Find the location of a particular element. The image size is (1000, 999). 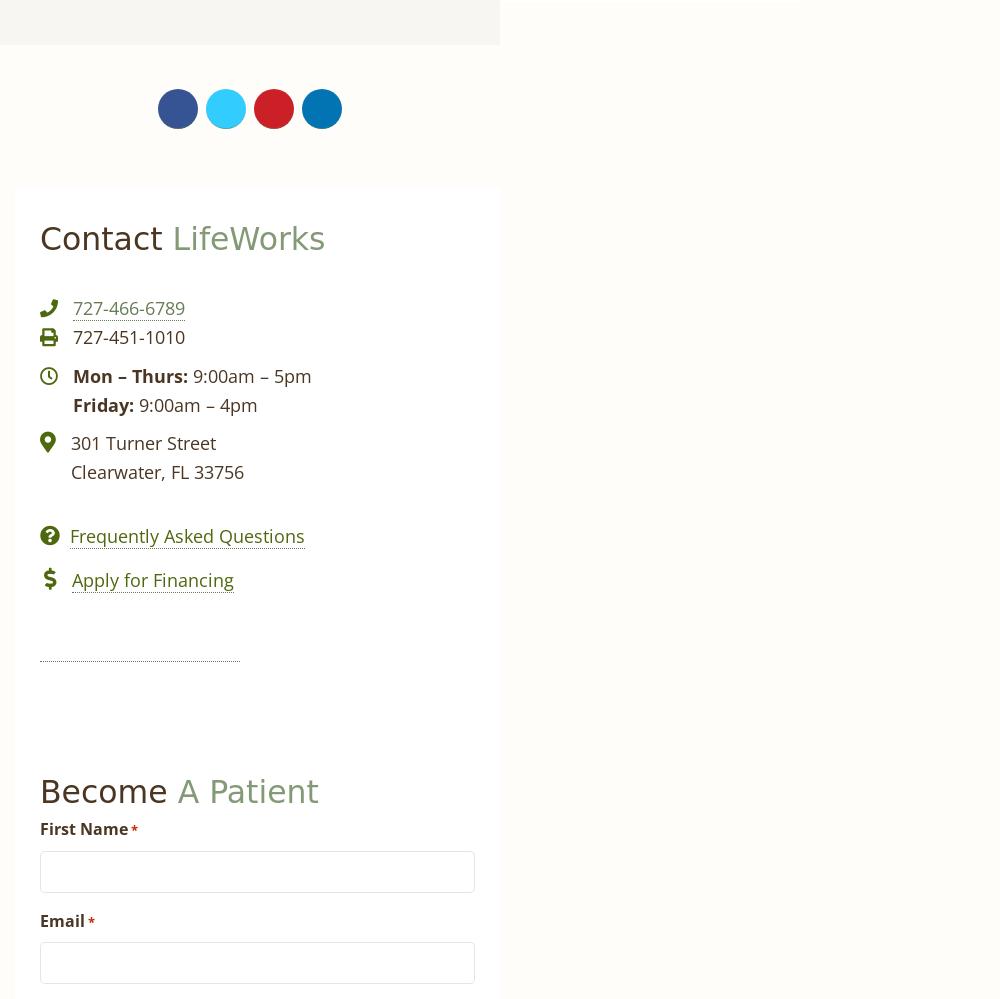

'Clearwater, FL 33756' is located at coordinates (70, 472).